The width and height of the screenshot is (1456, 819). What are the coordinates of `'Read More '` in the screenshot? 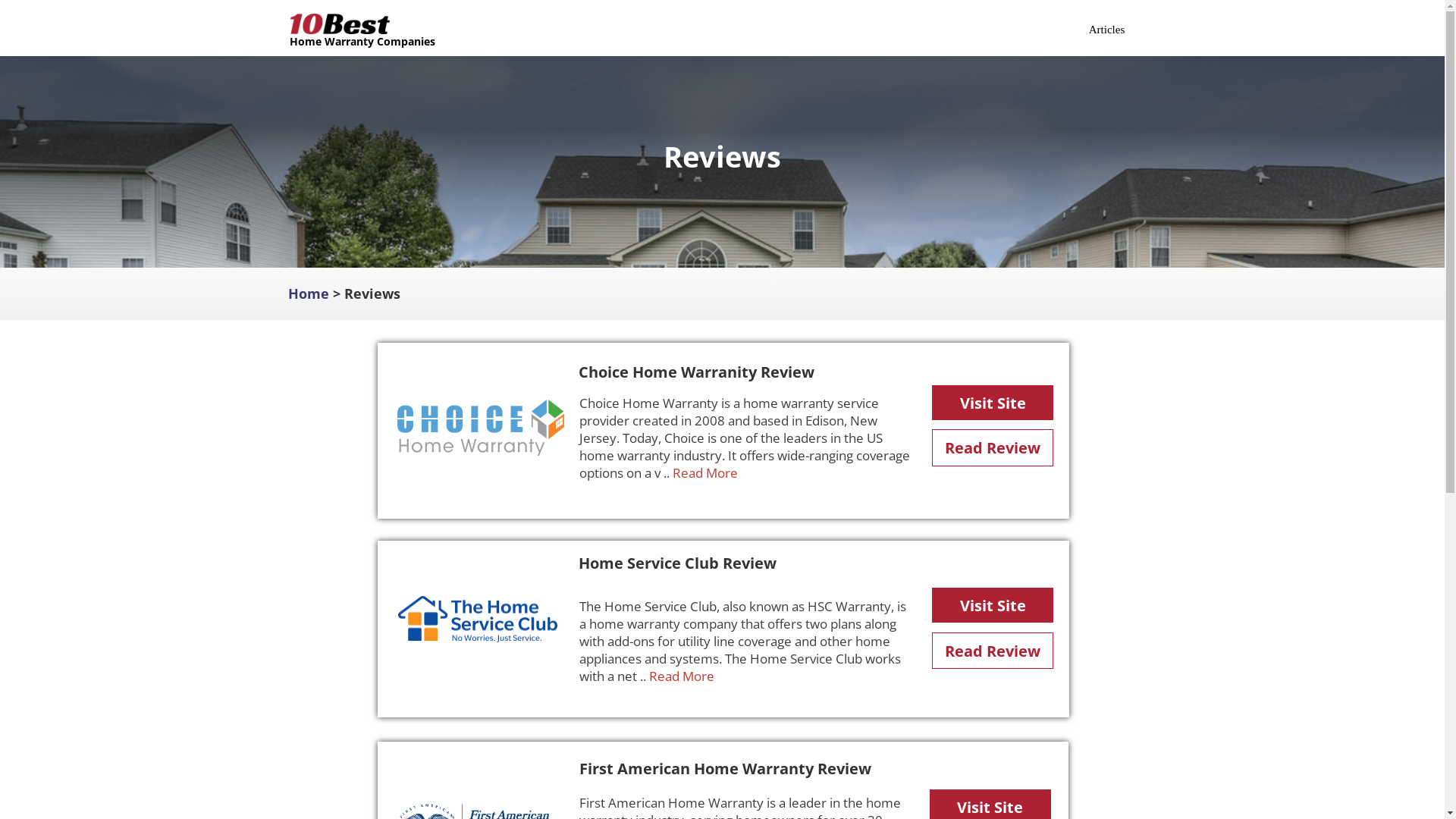 It's located at (705, 472).